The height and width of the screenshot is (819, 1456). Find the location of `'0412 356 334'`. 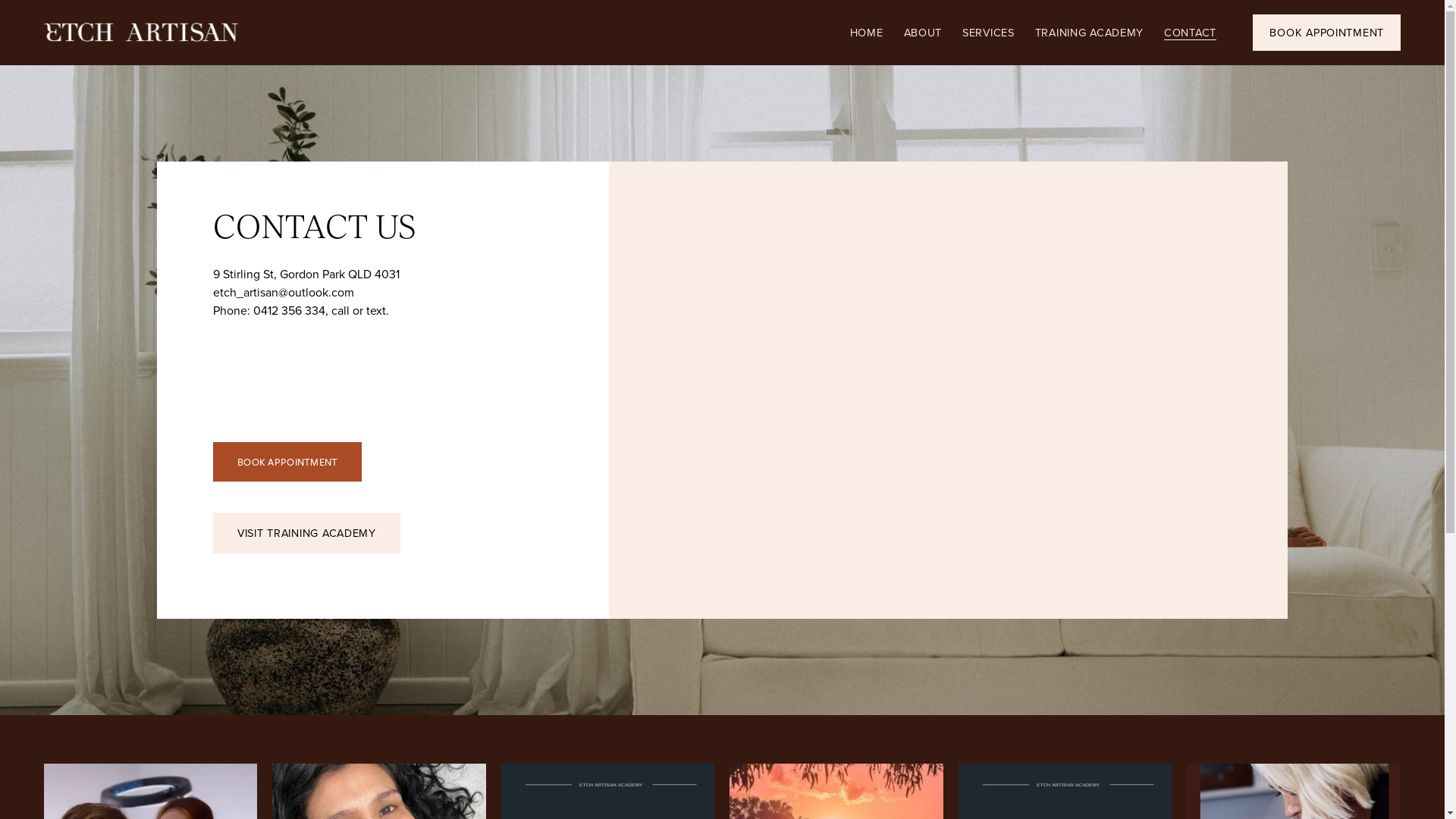

'0412 356 334' is located at coordinates (289, 309).